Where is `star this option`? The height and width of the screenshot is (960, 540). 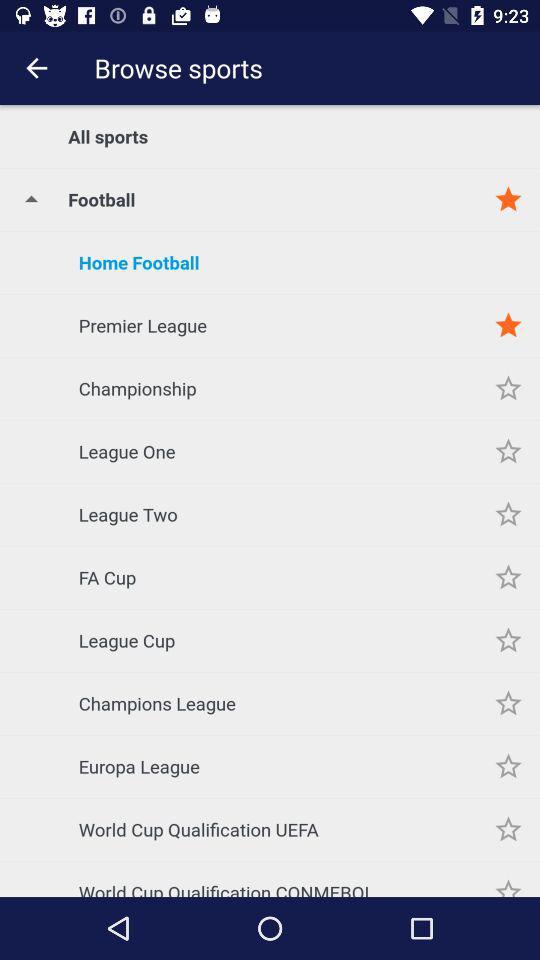 star this option is located at coordinates (508, 877).